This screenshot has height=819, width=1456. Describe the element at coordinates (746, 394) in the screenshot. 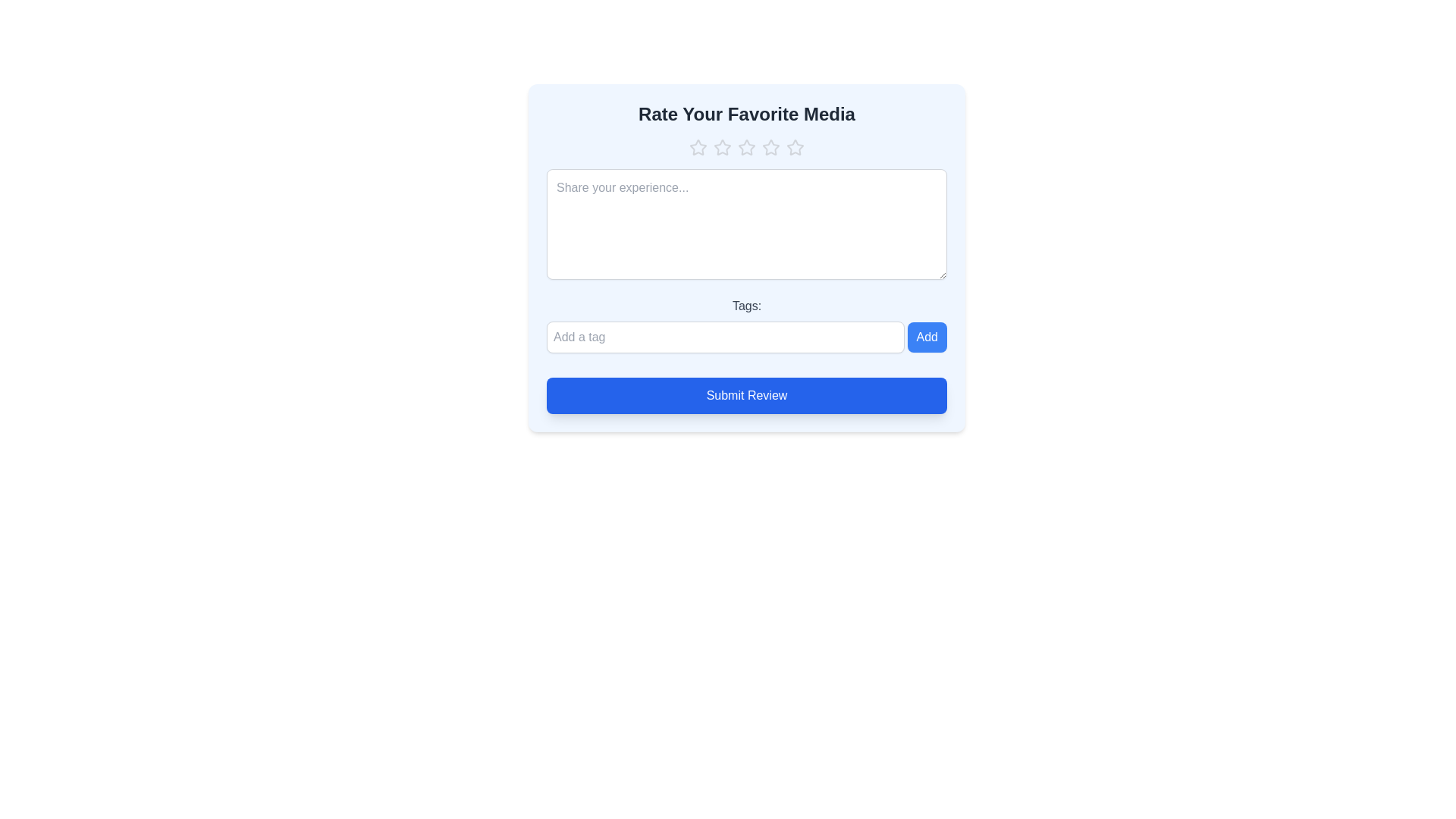

I see `the submit button located at the bottom-center of the 'Rate Your Favorite Media' form` at that location.